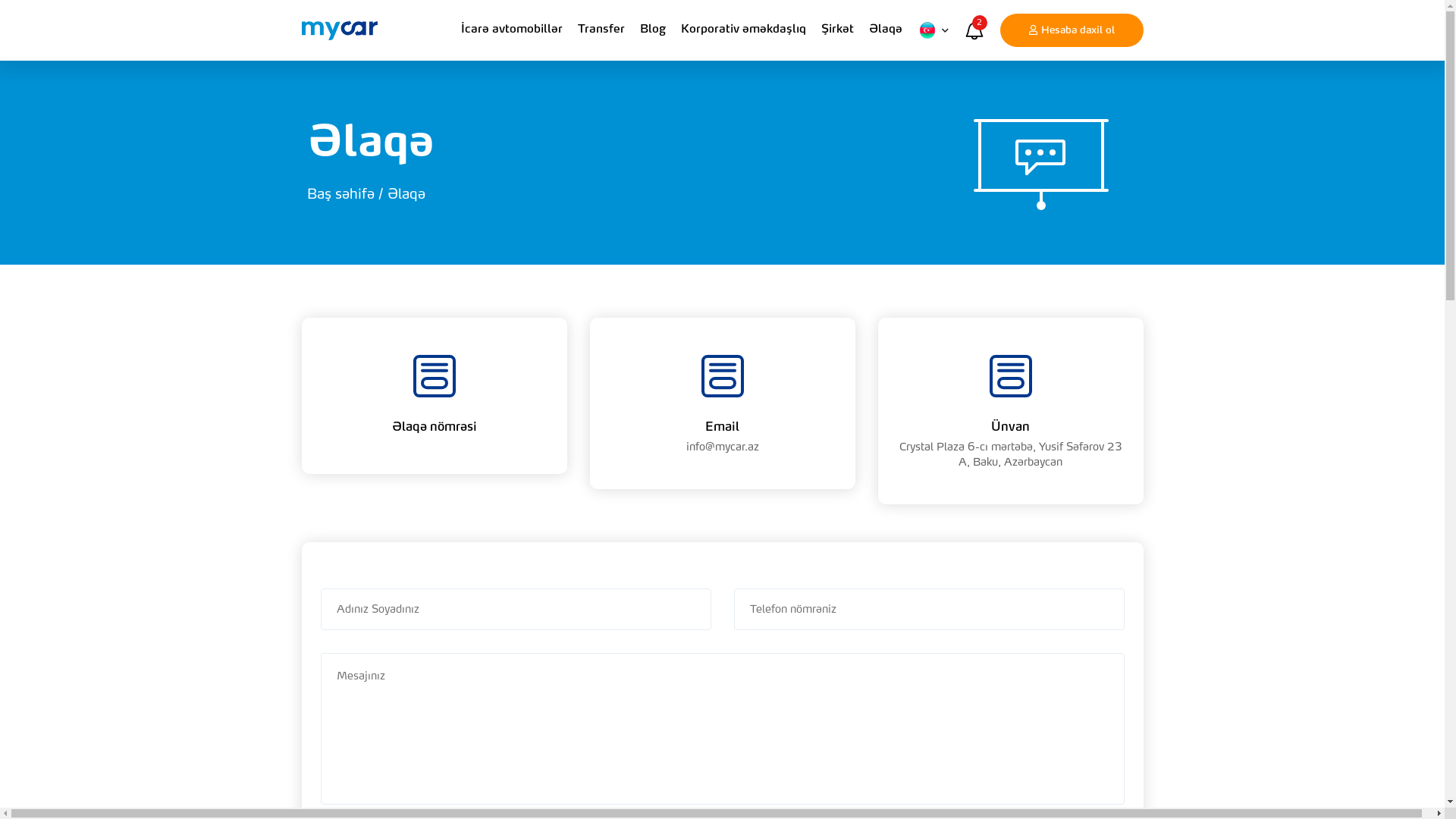 This screenshot has width=1456, height=819. Describe the element at coordinates (1070, 30) in the screenshot. I see `'Hesaba daxil ol'` at that location.